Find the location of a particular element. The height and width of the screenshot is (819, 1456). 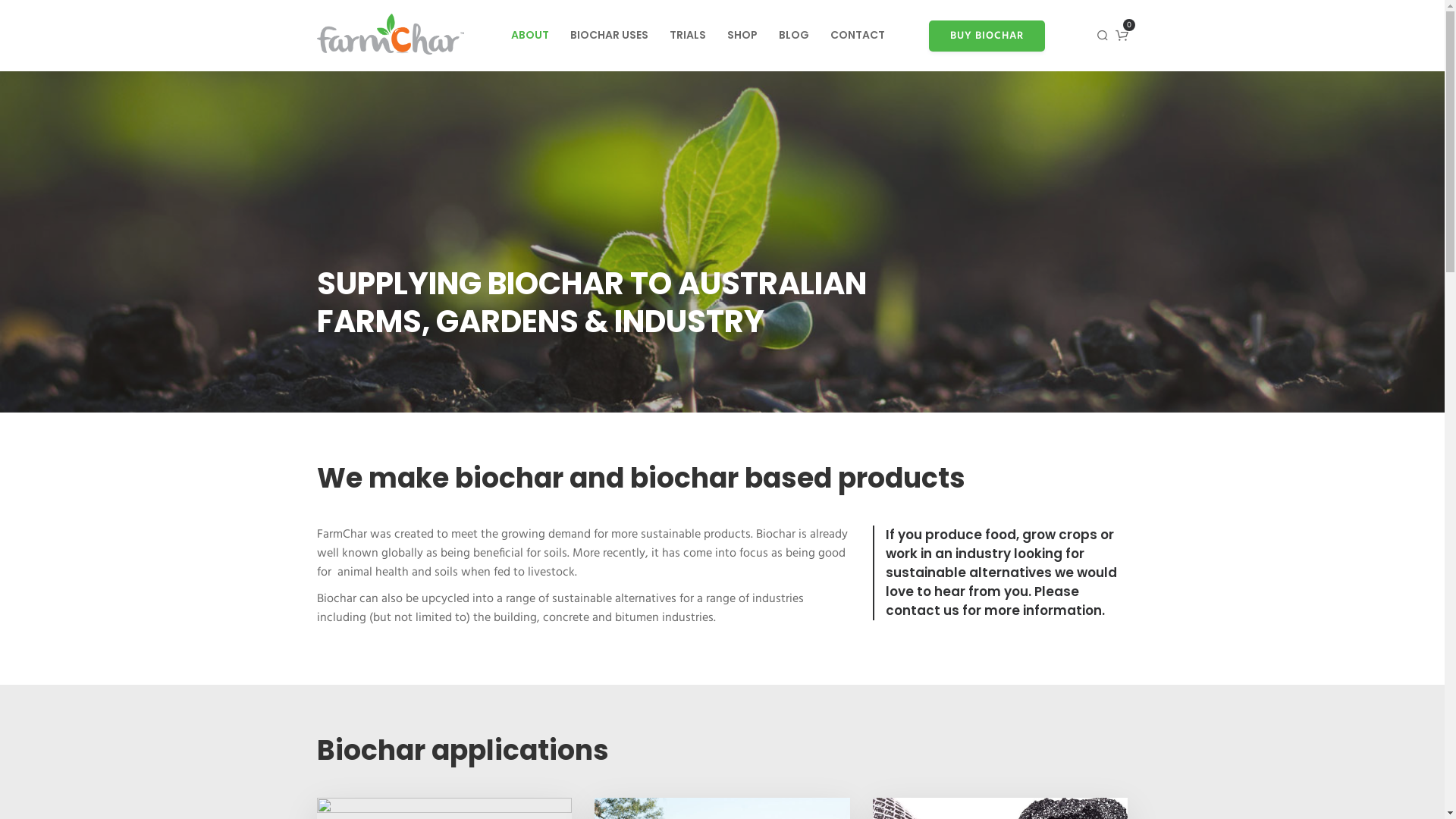

'BIOCHAR USES' is located at coordinates (609, 34).